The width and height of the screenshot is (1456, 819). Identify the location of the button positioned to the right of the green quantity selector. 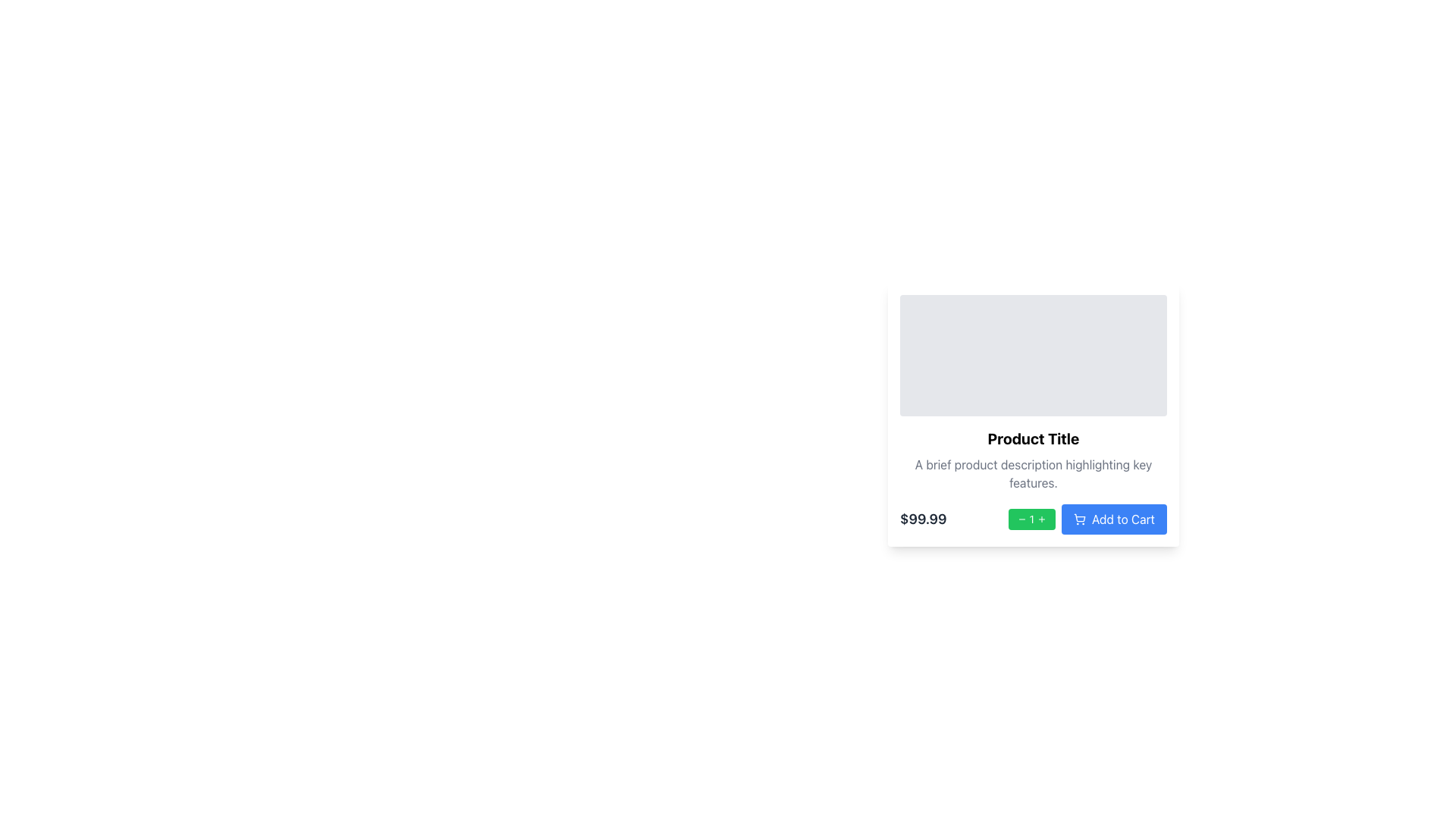
(1123, 519).